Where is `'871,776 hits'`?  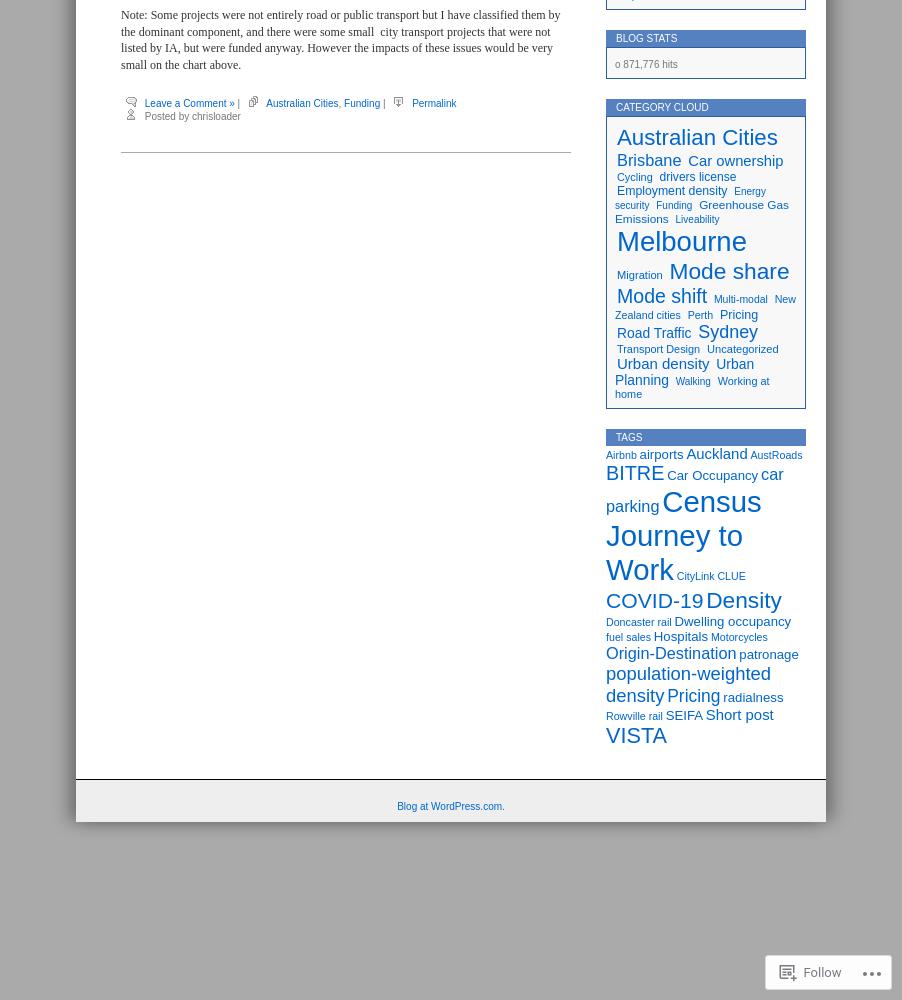 '871,776 hits' is located at coordinates (648, 63).